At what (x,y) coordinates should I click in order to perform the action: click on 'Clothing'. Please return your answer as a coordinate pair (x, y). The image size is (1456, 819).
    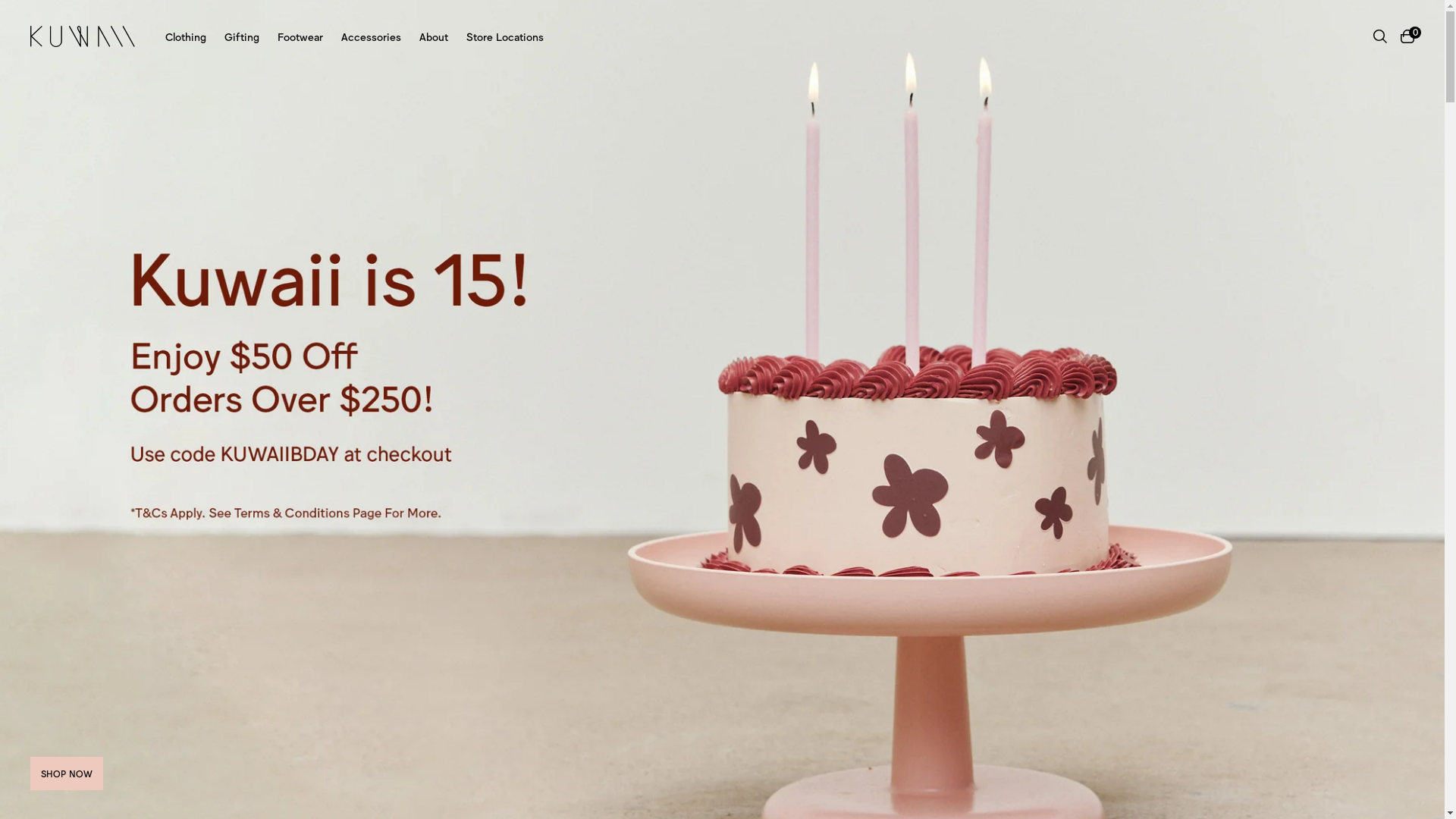
    Looking at the image, I should click on (184, 35).